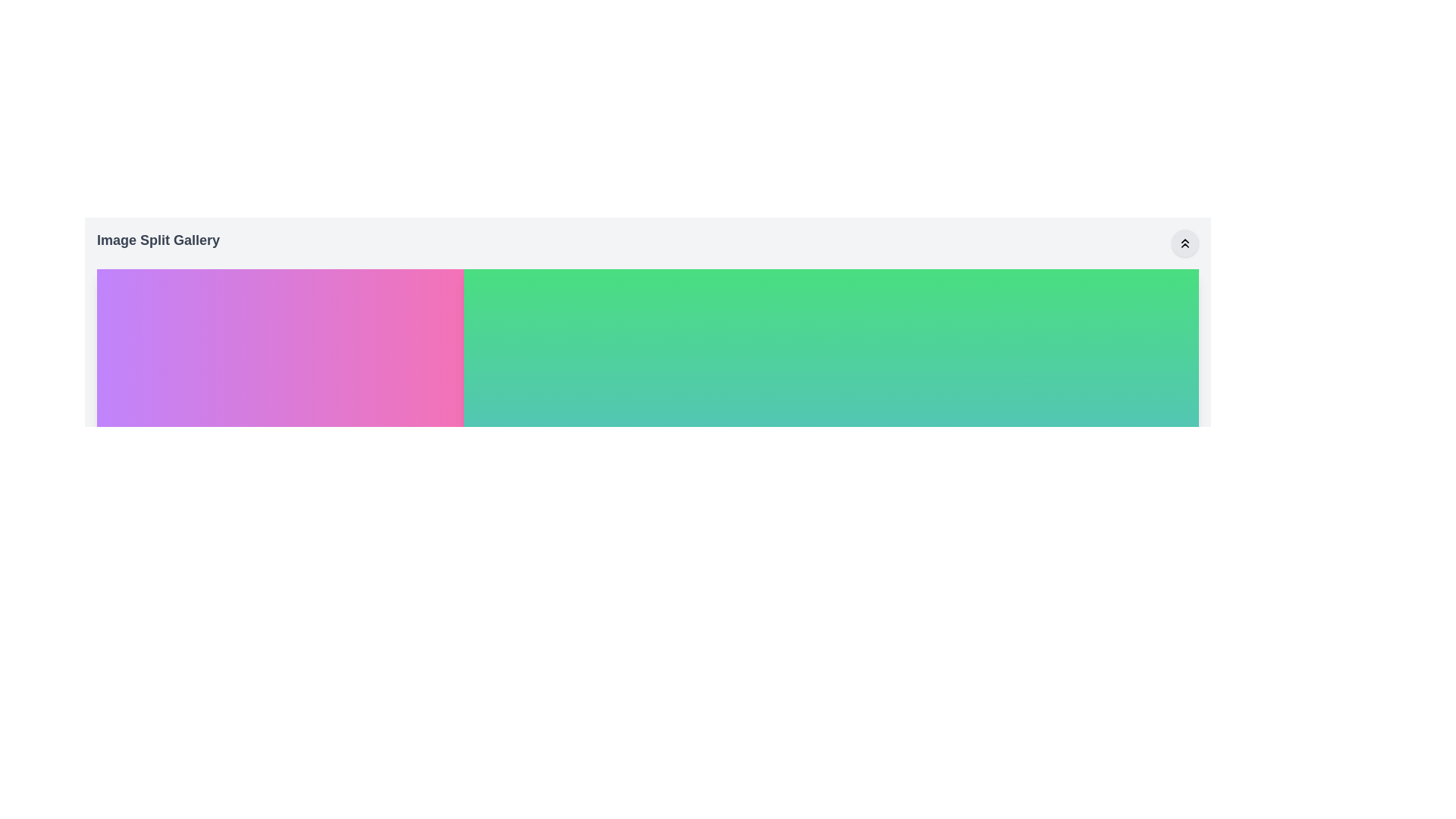  What do you see at coordinates (158, 242) in the screenshot?
I see `the Text label that serves as a header for the gallery feature, positioned to the left of a round button with a chevron icon` at bounding box center [158, 242].